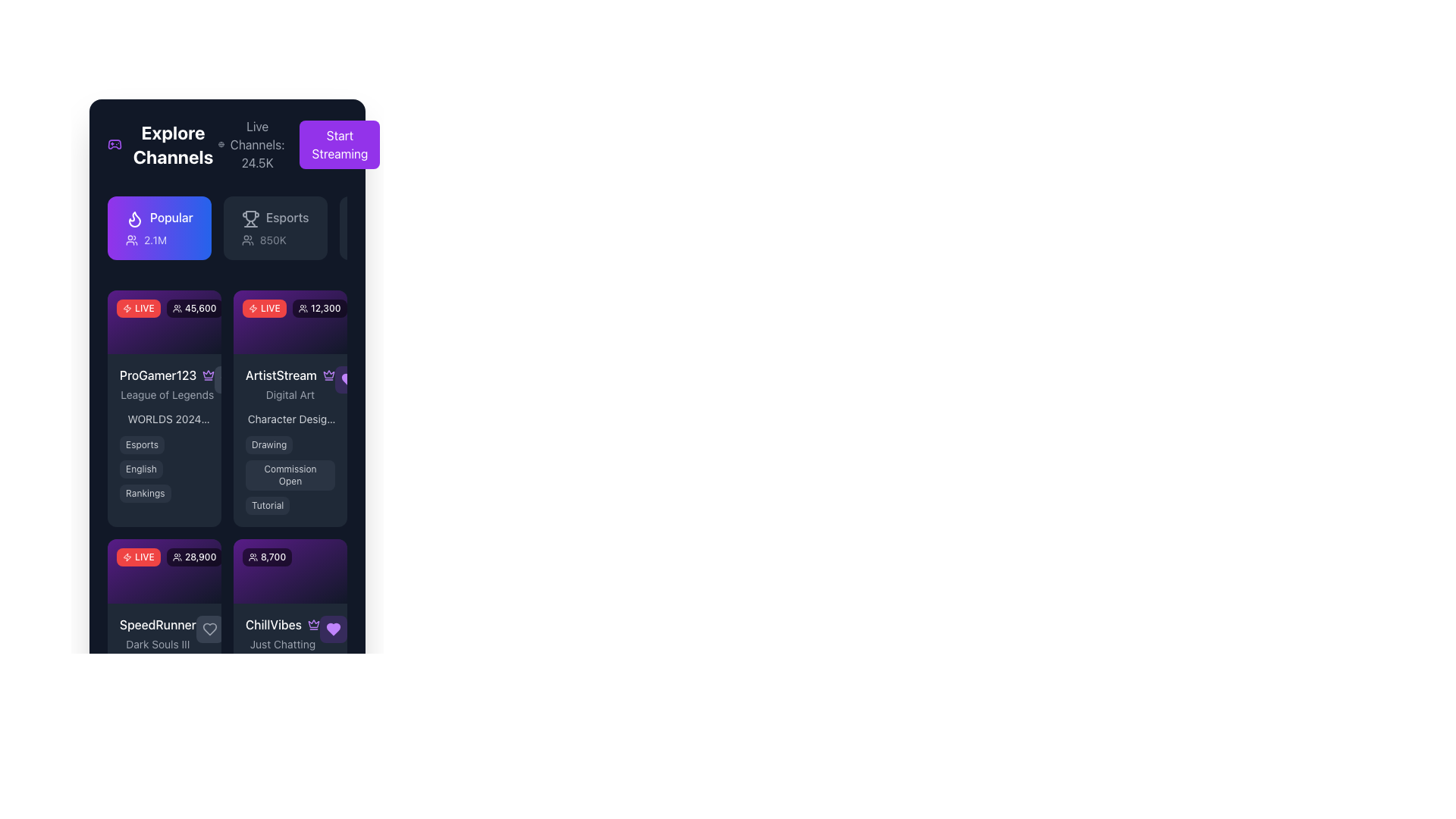  I want to click on the 'Esports' category button, which is the second clickable card in the 'Explore Channels' section, so click(275, 227).